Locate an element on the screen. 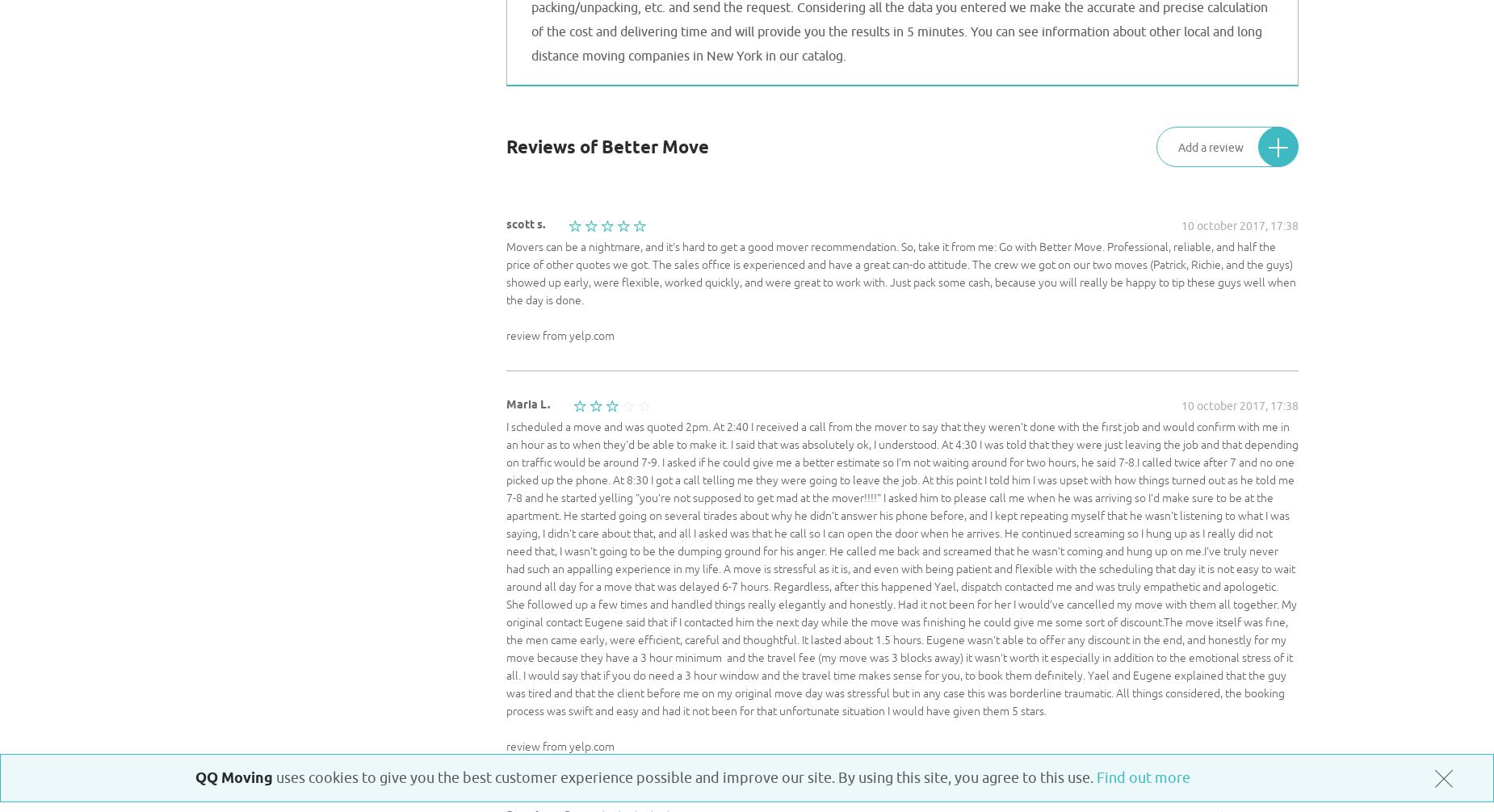 The image size is (1494, 812). 'Movers can be a nightmare, and it's hard to get a good mover recommendation. So, take it from me: Go with Better Move. Professional, reliable, and half the price of other quotes we got. The sales office is experienced and have a great can-do attitude. The crew we got on our two moves (Patrick, Richie, and the guys) showed up early, were flexible, worked quickly, and were great to work with. Just pack some cash, because you will really be happy to tip these guys well when the day is done.' is located at coordinates (900, 273).